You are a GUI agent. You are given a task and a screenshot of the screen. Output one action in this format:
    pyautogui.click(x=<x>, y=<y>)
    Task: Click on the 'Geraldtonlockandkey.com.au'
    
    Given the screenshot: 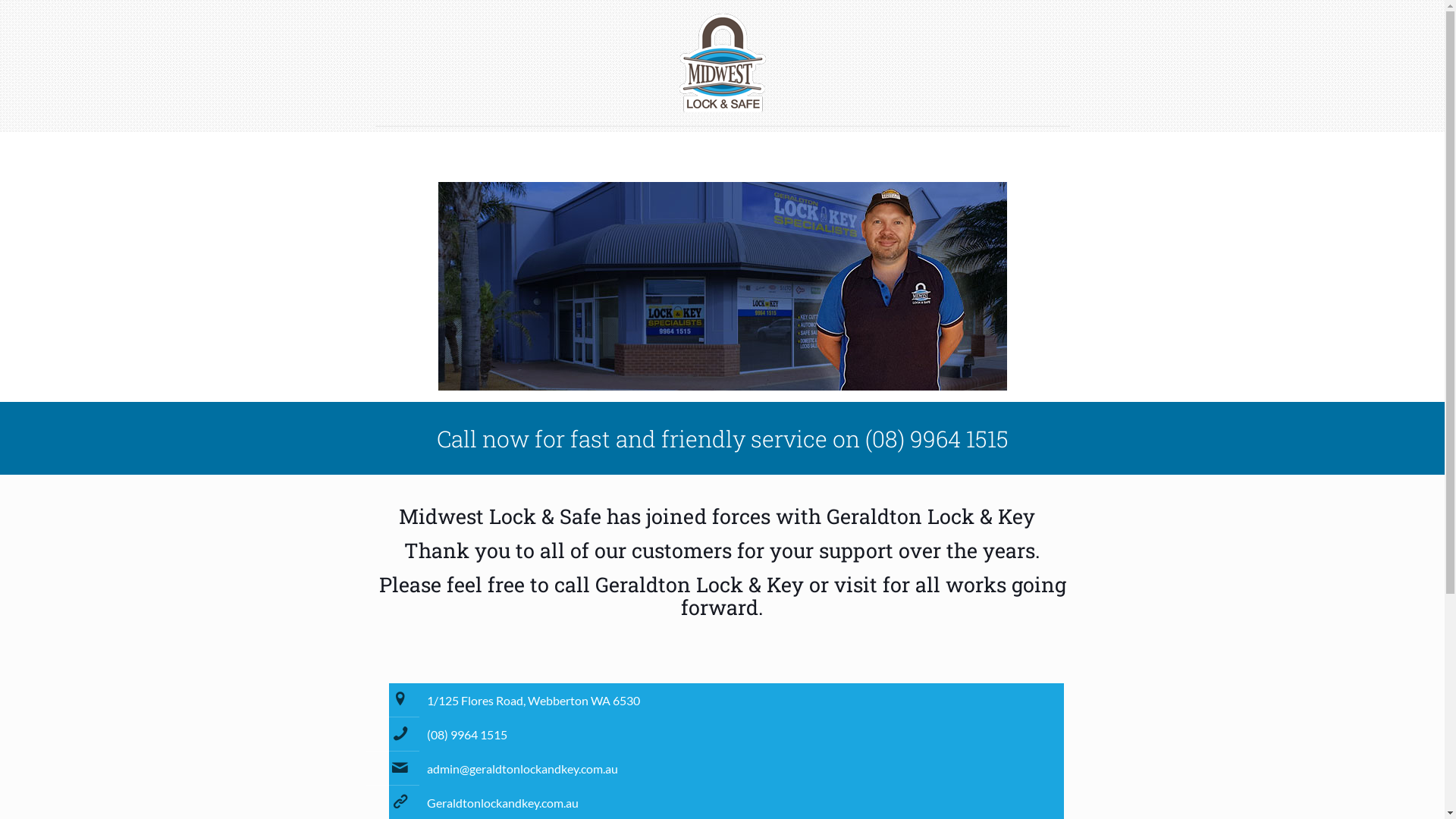 What is the action you would take?
    pyautogui.click(x=502, y=802)
    